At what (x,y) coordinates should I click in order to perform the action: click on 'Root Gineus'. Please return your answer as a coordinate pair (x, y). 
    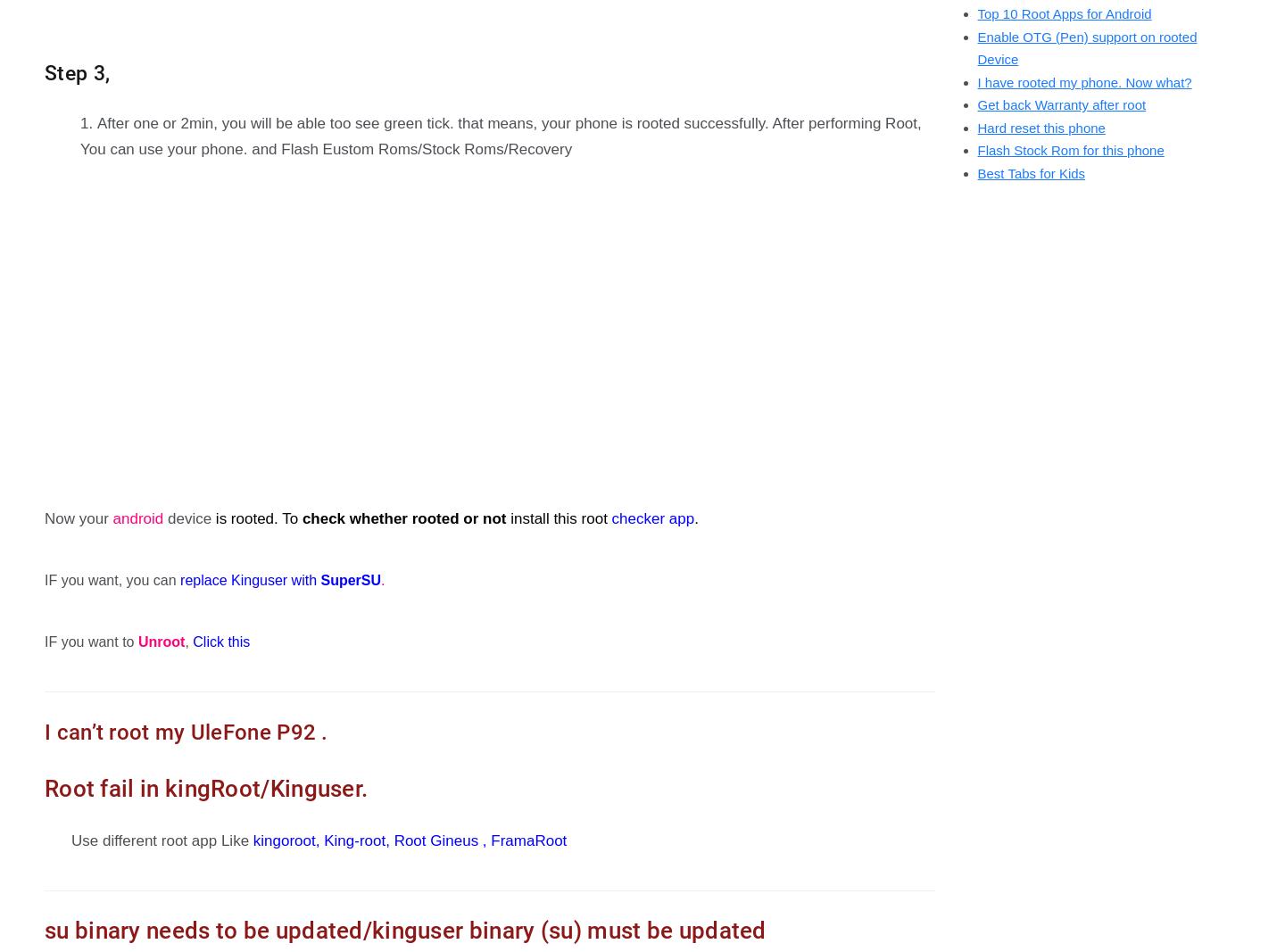
    Looking at the image, I should click on (435, 840).